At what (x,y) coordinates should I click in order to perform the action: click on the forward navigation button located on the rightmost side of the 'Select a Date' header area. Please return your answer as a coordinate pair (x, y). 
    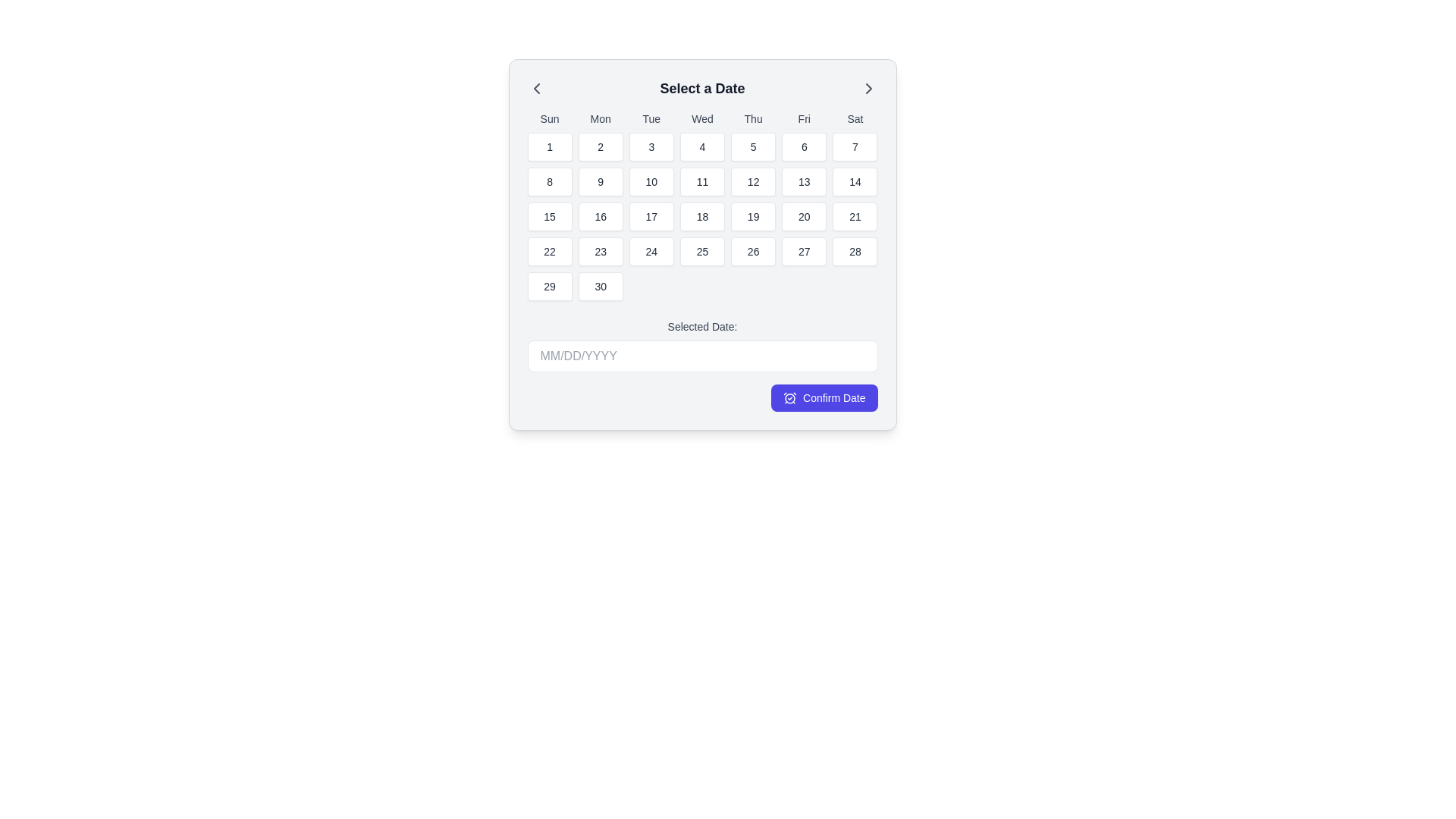
    Looking at the image, I should click on (868, 88).